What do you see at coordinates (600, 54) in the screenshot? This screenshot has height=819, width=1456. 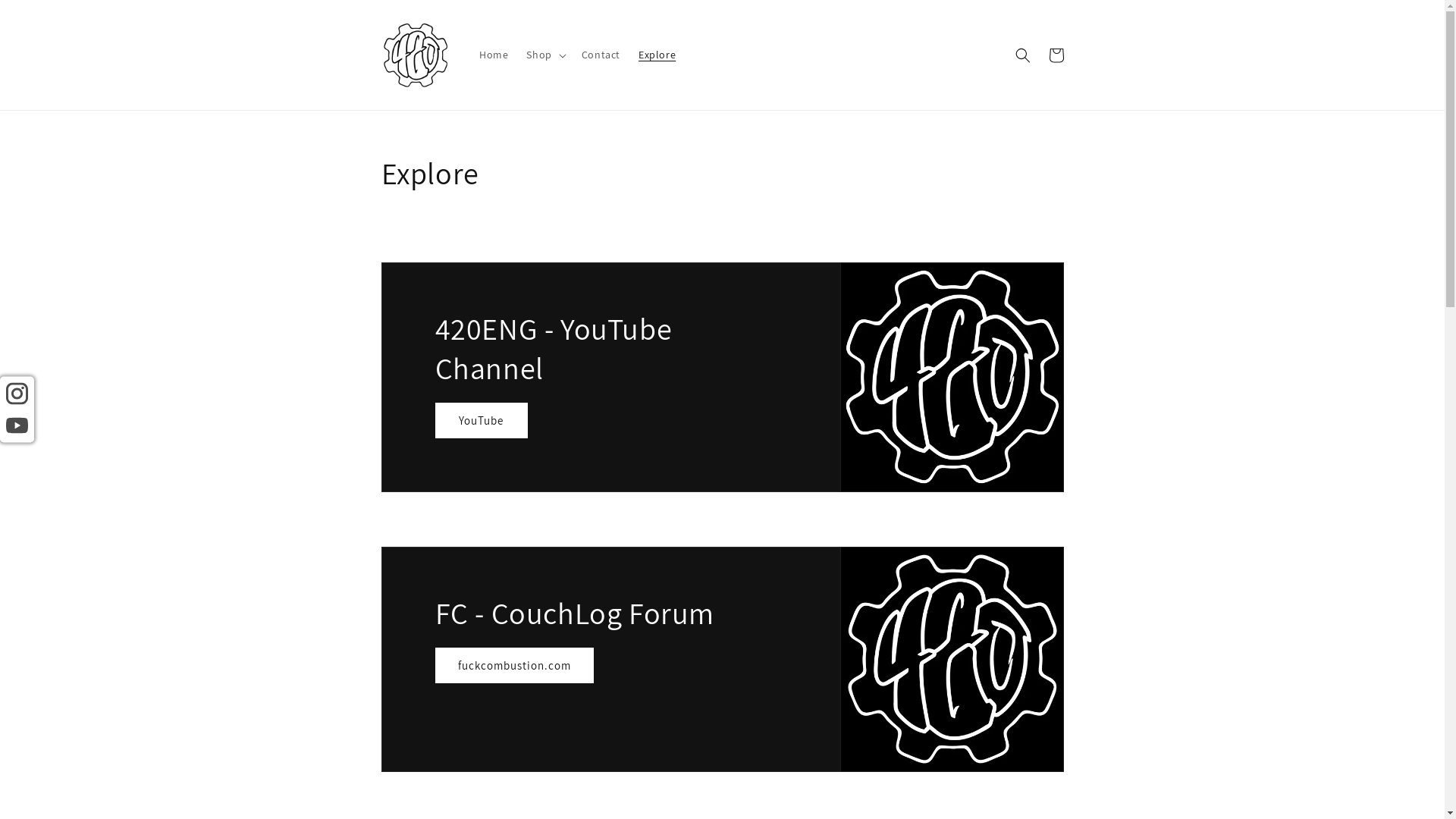 I see `'Contact'` at bounding box center [600, 54].